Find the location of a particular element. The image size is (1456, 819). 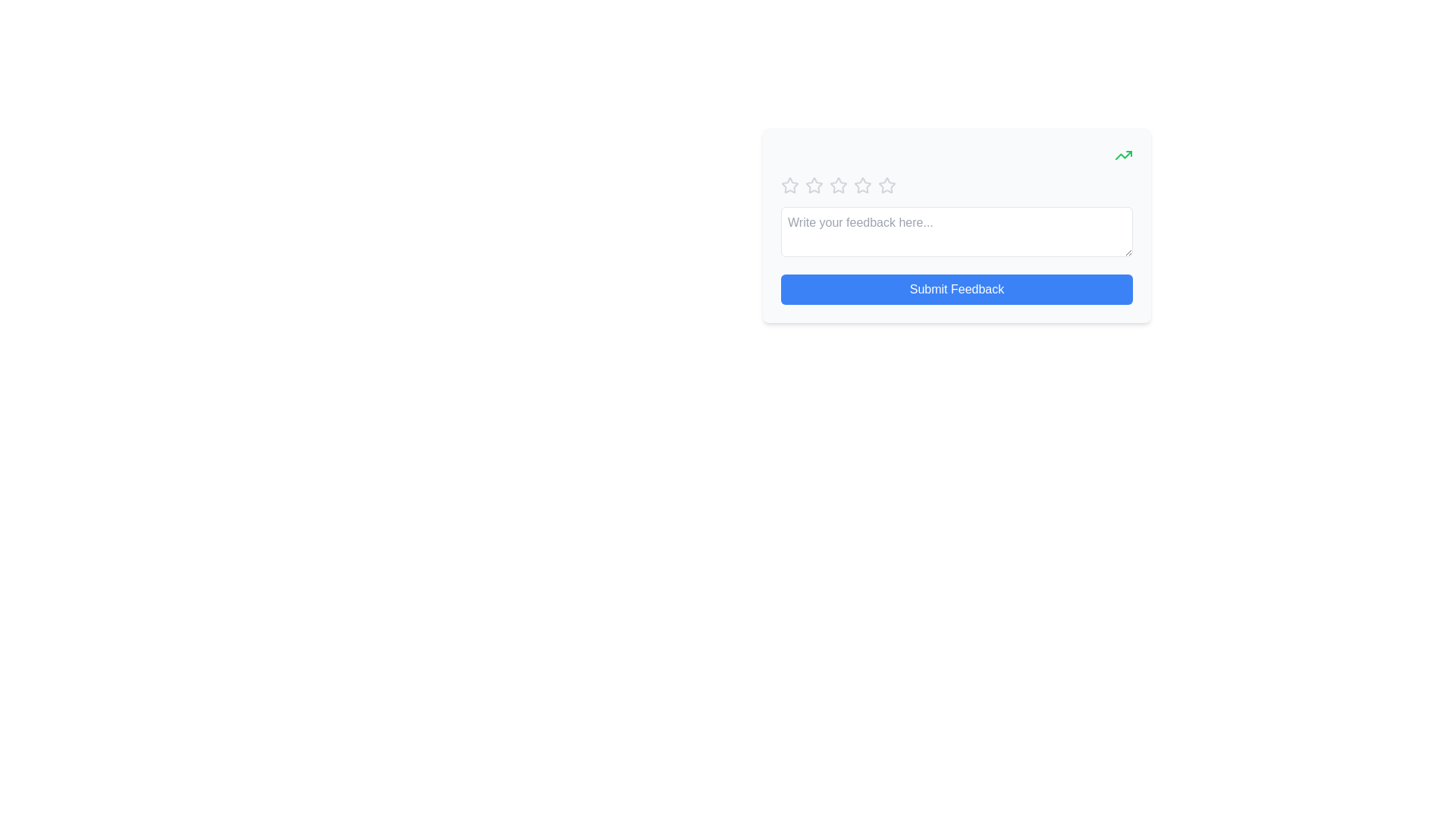

the second star icon in the horizontal sequence of five stars, which is highlighted in red, to indicate a rating selection is located at coordinates (862, 184).